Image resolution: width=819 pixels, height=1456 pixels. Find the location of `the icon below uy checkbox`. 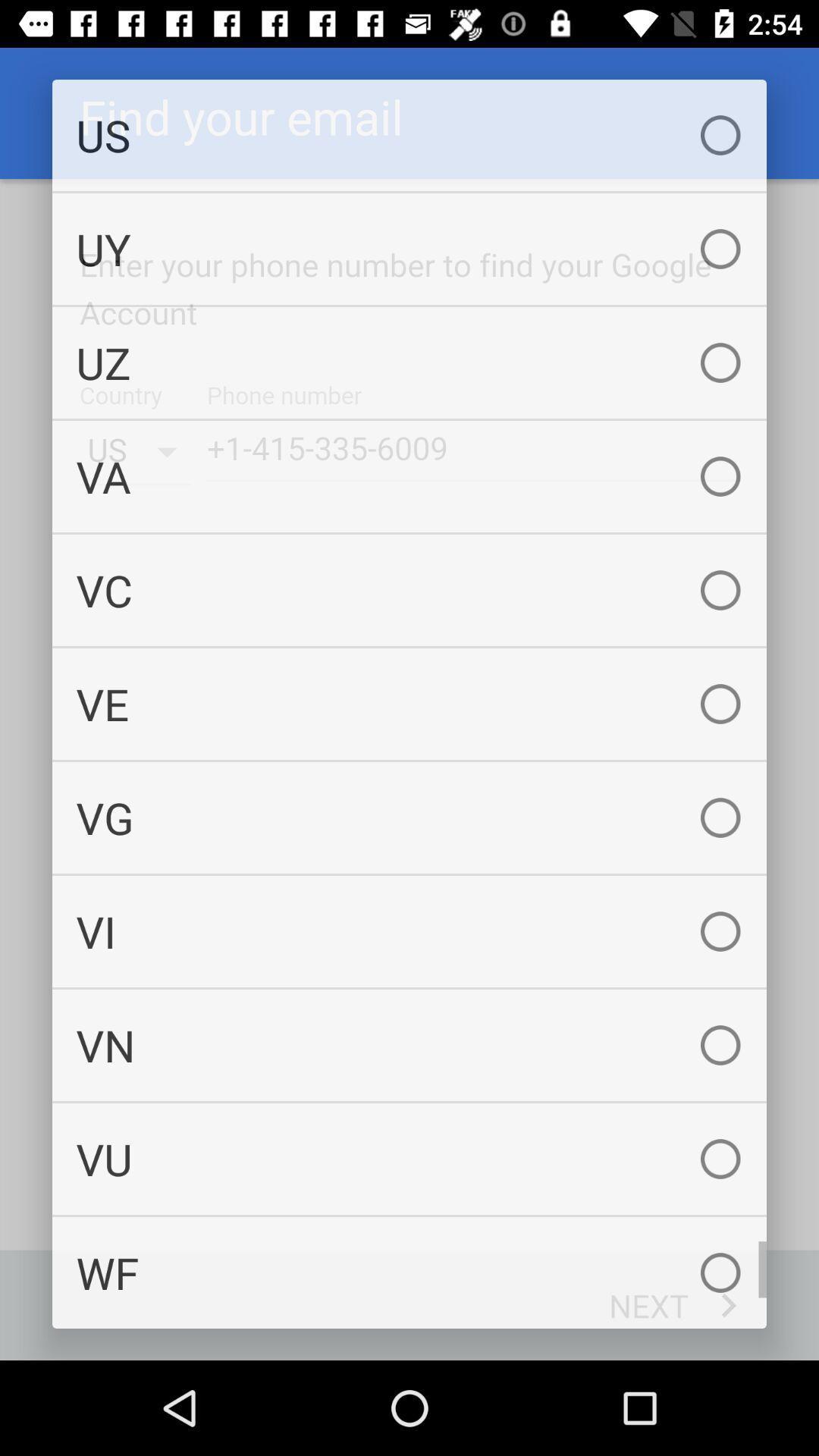

the icon below uy checkbox is located at coordinates (409, 362).